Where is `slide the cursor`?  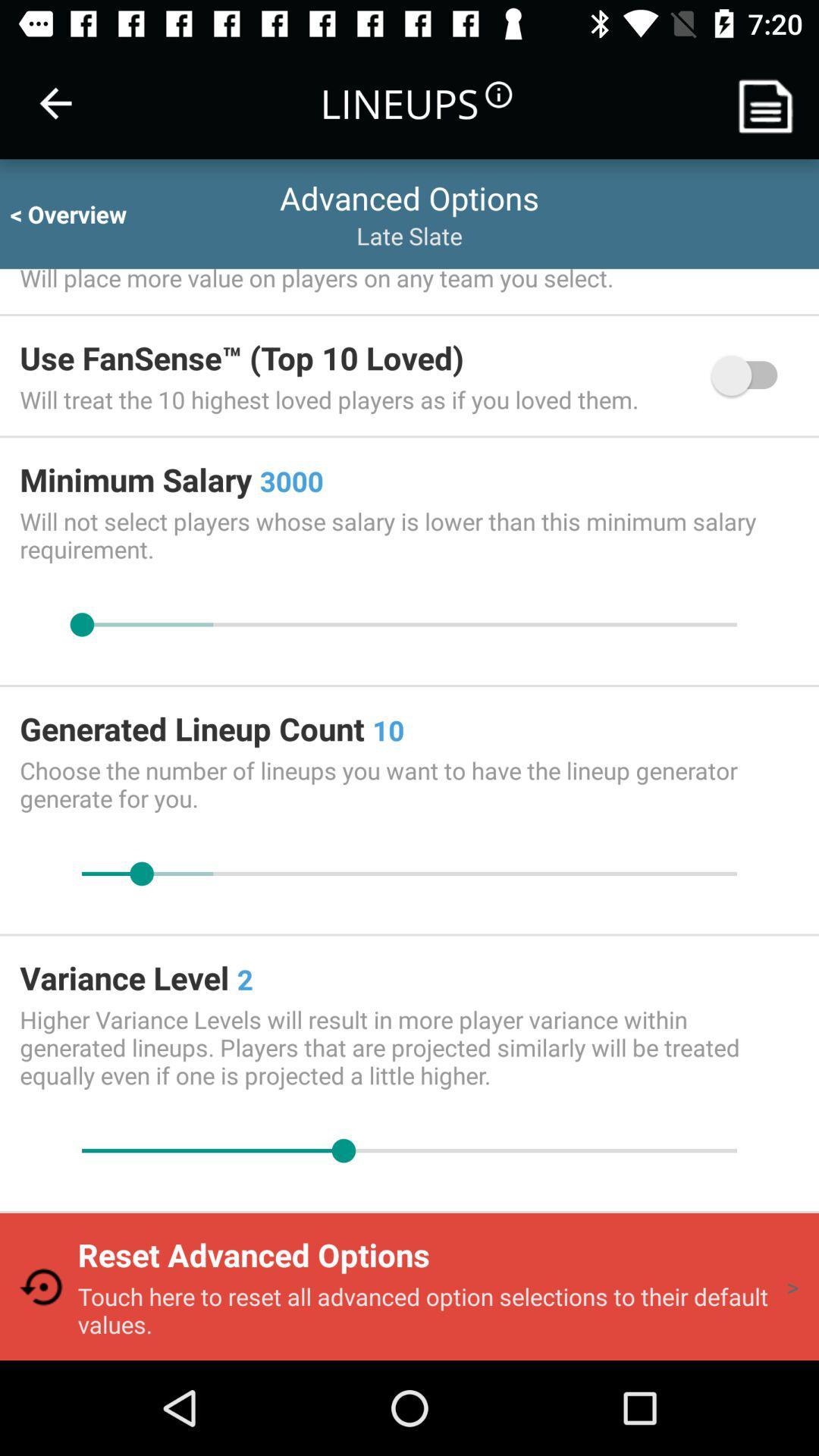 slide the cursor is located at coordinates (409, 625).